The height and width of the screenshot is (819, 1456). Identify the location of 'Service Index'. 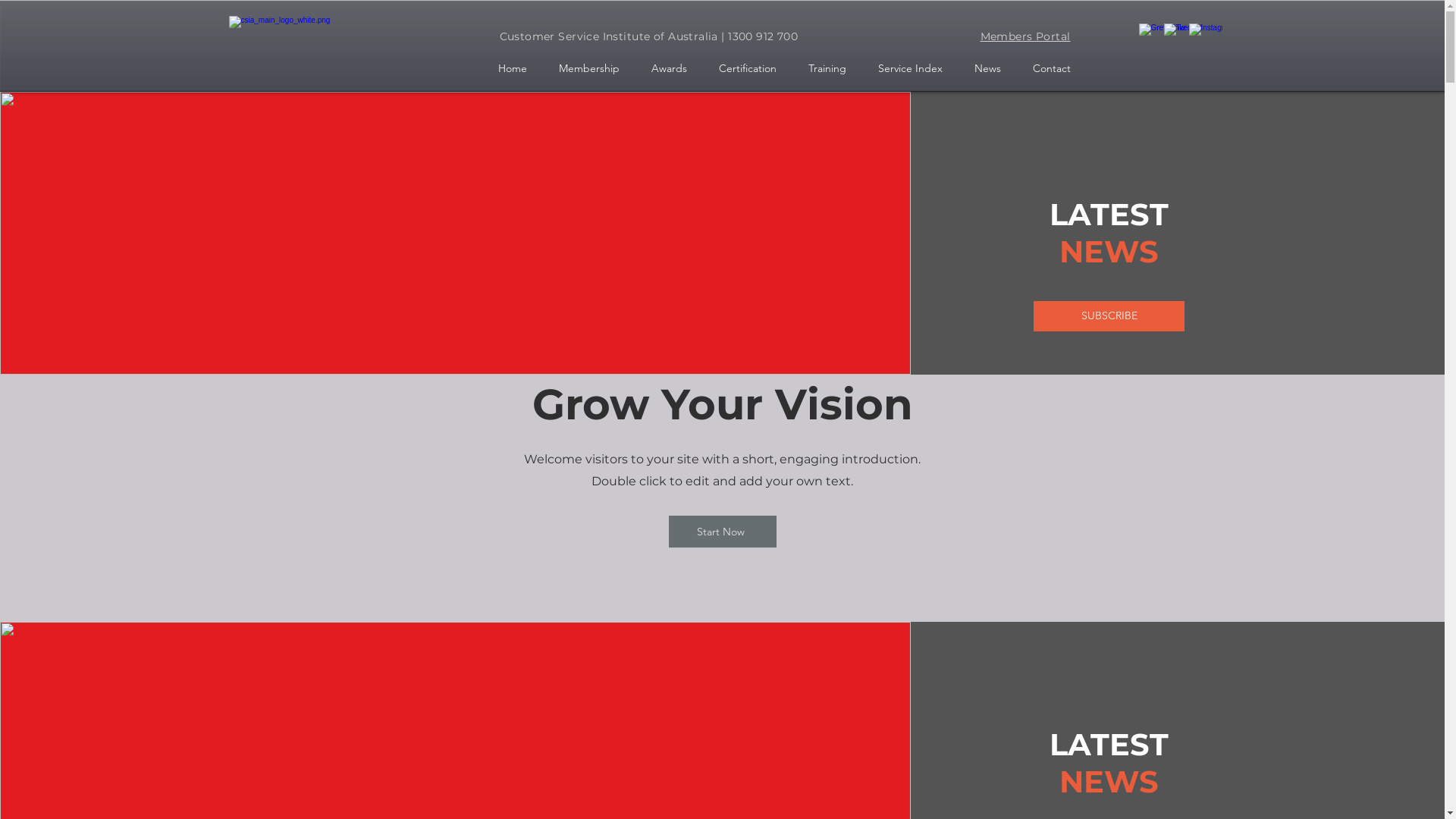
(909, 68).